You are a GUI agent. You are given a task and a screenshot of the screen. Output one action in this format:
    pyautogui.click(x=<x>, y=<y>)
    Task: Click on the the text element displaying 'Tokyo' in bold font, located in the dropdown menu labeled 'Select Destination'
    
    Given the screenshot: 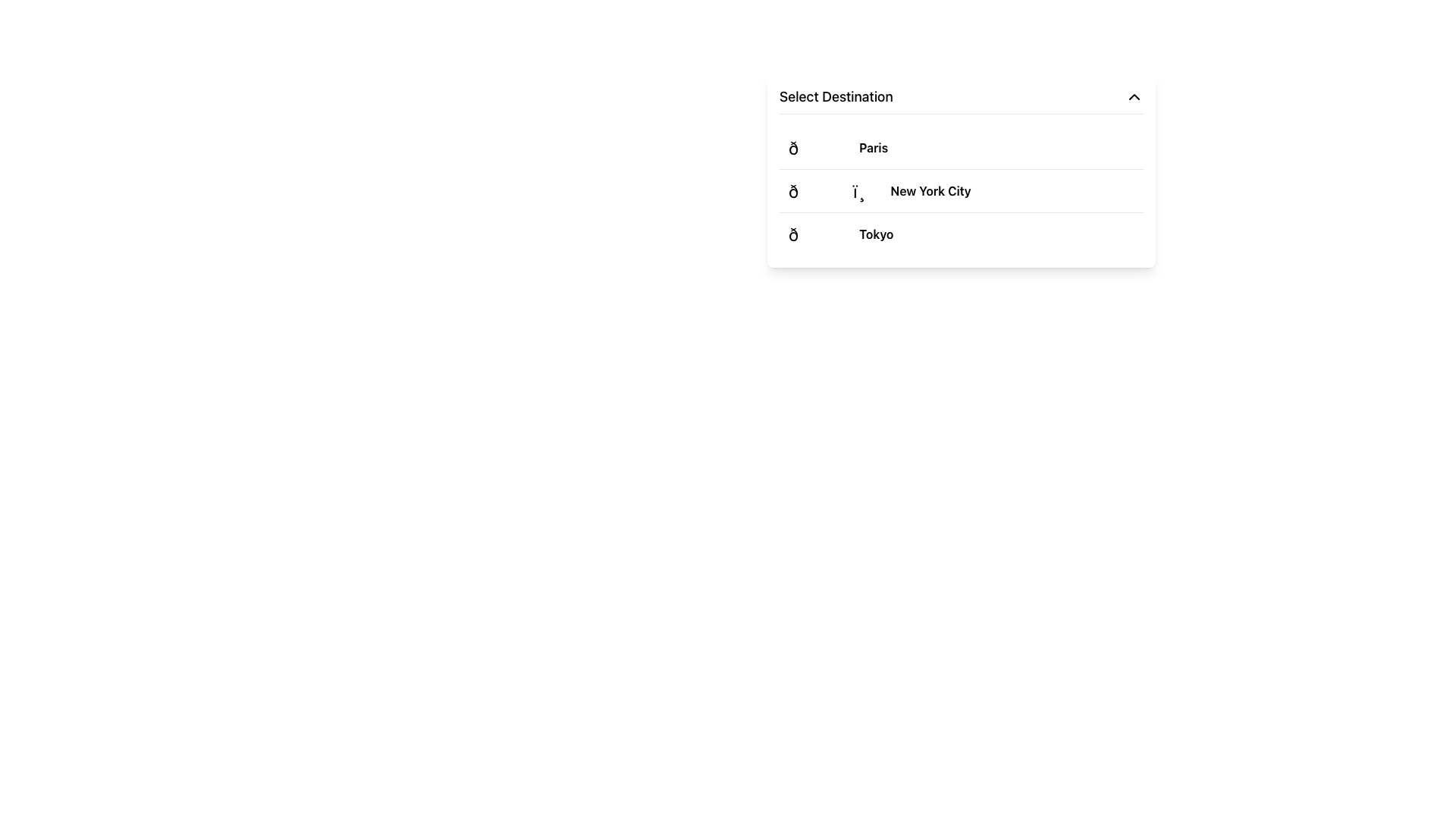 What is the action you would take?
    pyautogui.click(x=876, y=234)
    